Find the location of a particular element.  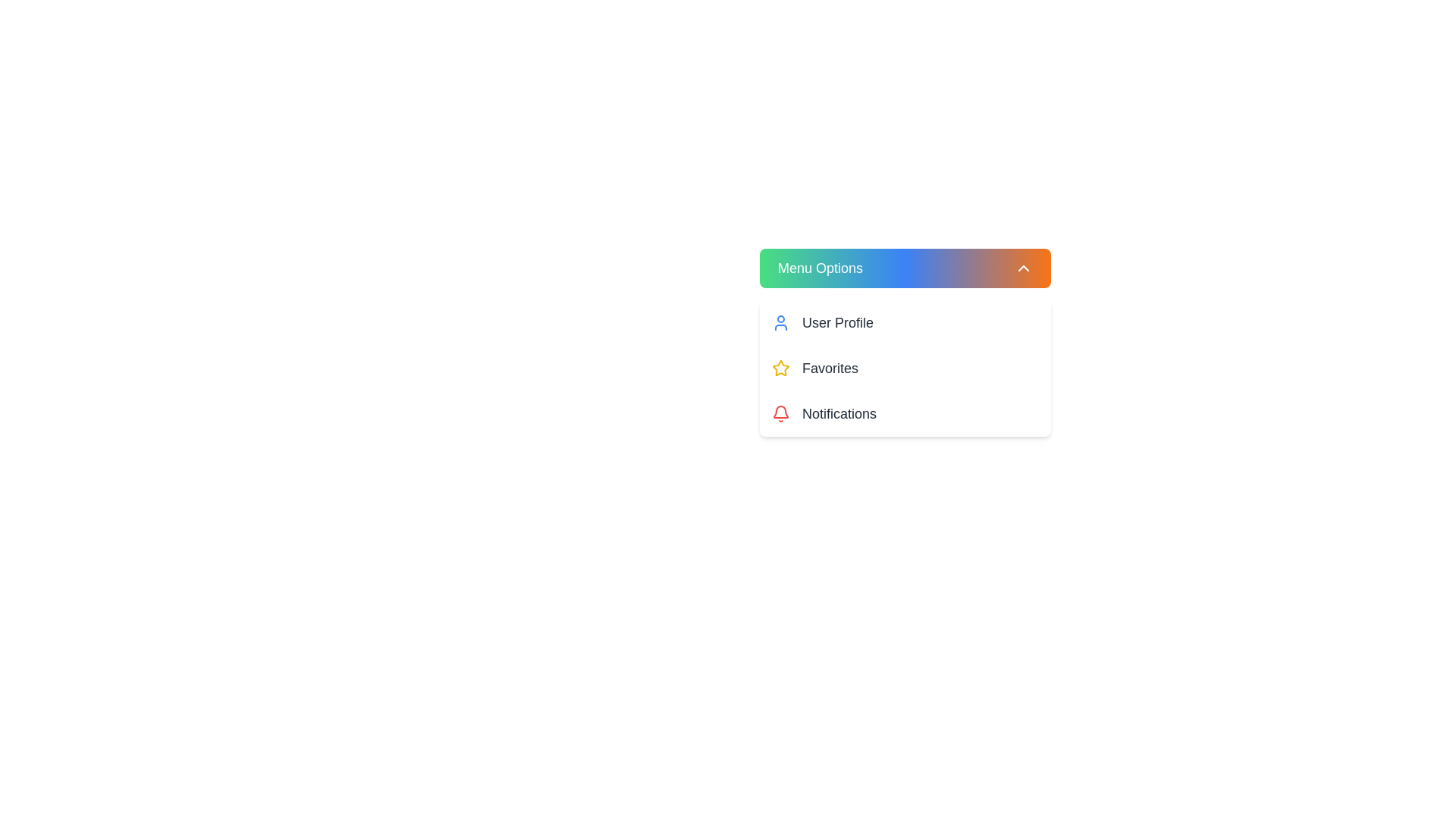

the bell-shaped icon located in the notification menu under the 'Notifications' label is located at coordinates (781, 412).